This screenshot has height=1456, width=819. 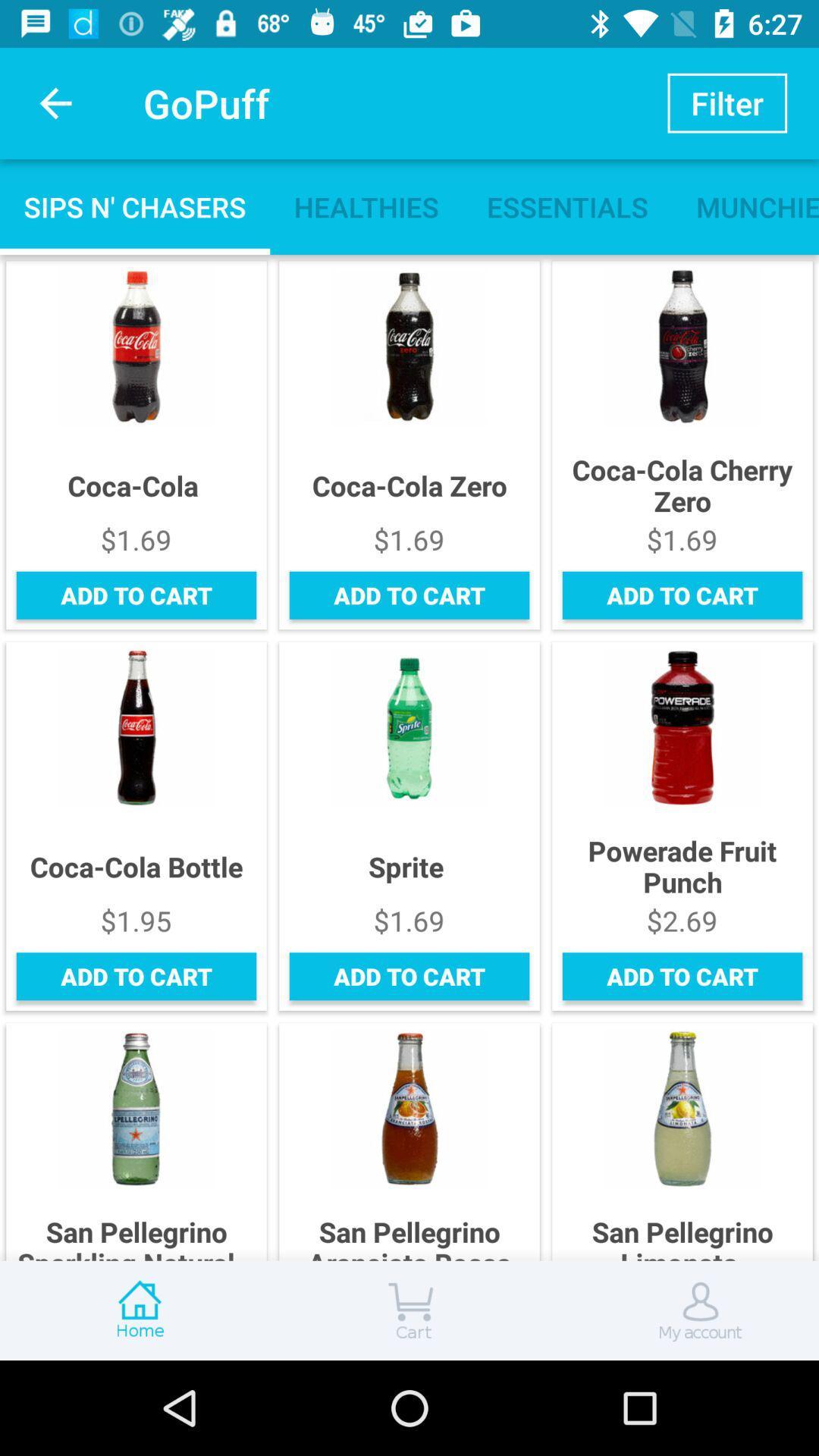 What do you see at coordinates (409, 1310) in the screenshot?
I see `the more icon` at bounding box center [409, 1310].